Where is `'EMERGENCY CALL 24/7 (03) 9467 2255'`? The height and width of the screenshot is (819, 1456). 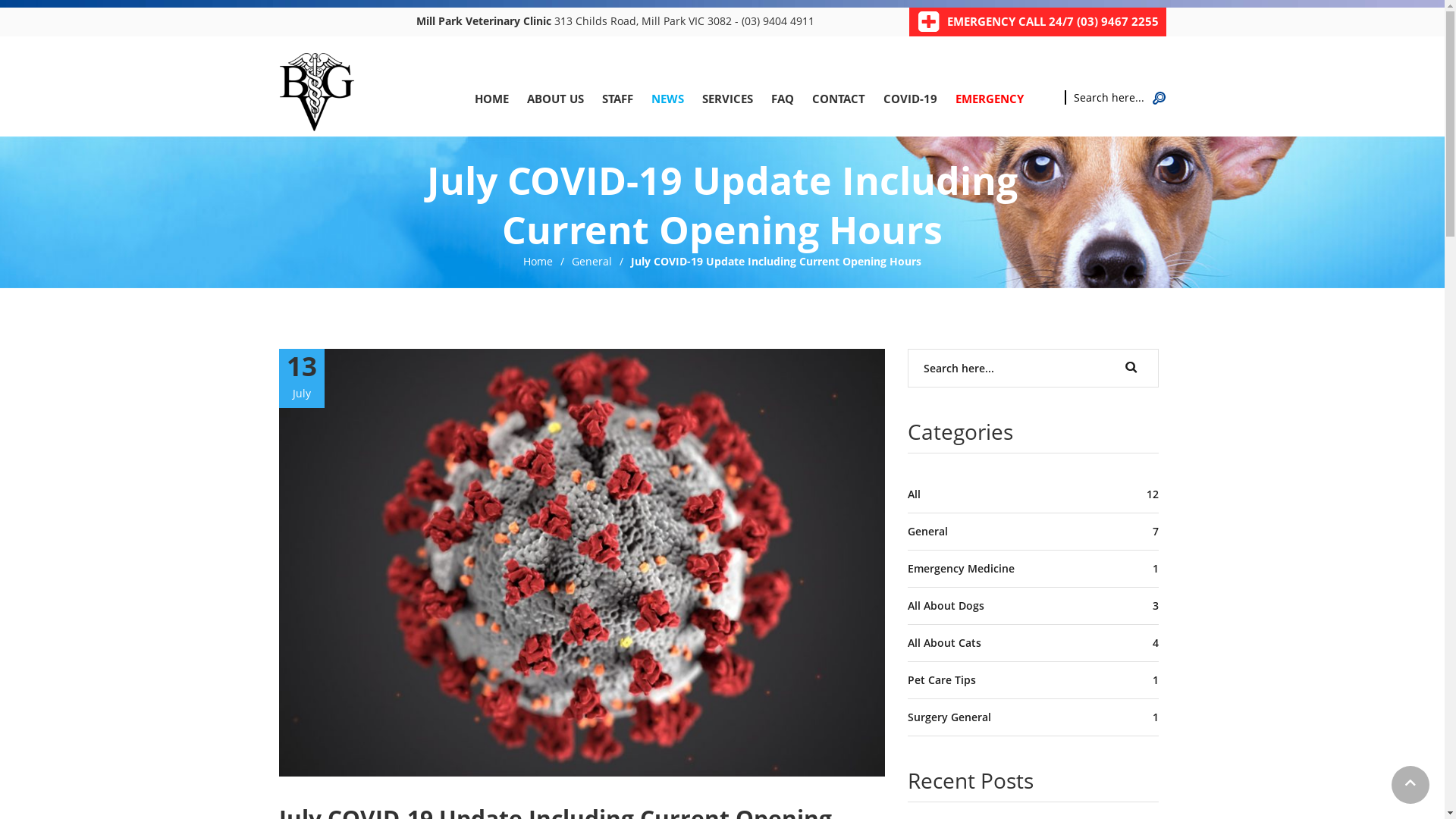
'EMERGENCY CALL 24/7 (03) 9467 2255' is located at coordinates (1051, 20).